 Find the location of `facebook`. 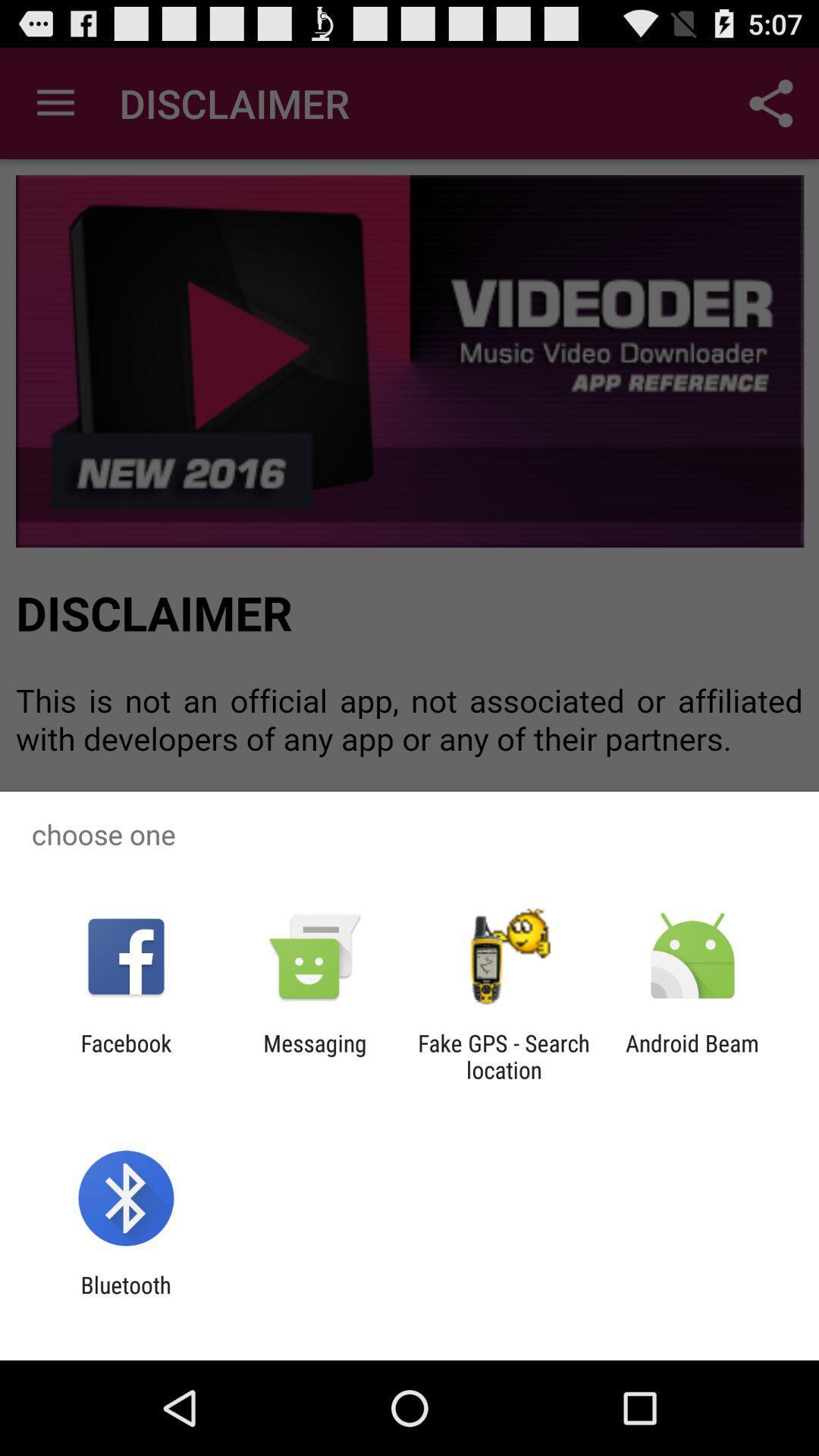

facebook is located at coordinates (125, 1056).